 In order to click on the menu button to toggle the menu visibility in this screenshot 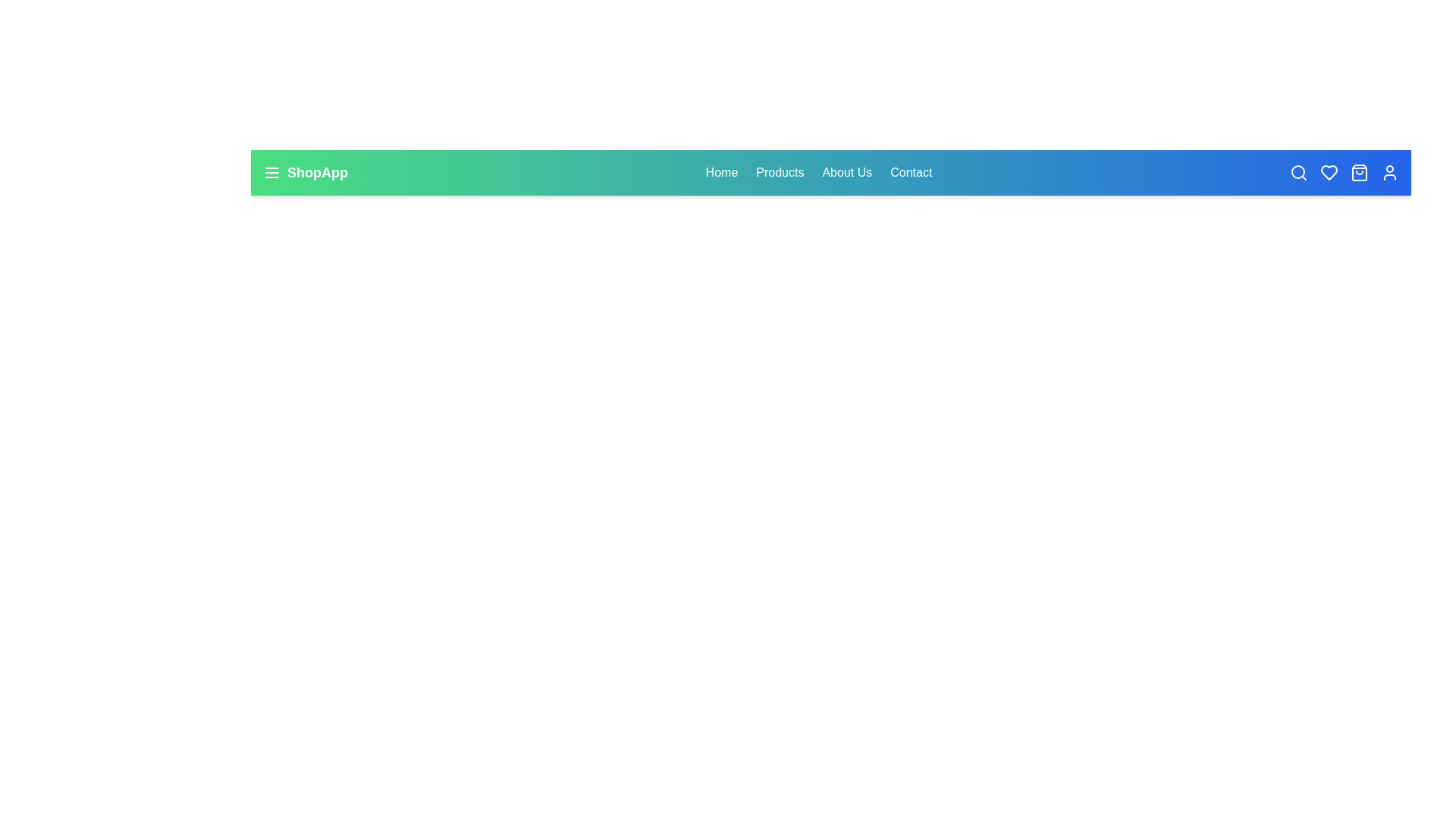, I will do `click(272, 171)`.